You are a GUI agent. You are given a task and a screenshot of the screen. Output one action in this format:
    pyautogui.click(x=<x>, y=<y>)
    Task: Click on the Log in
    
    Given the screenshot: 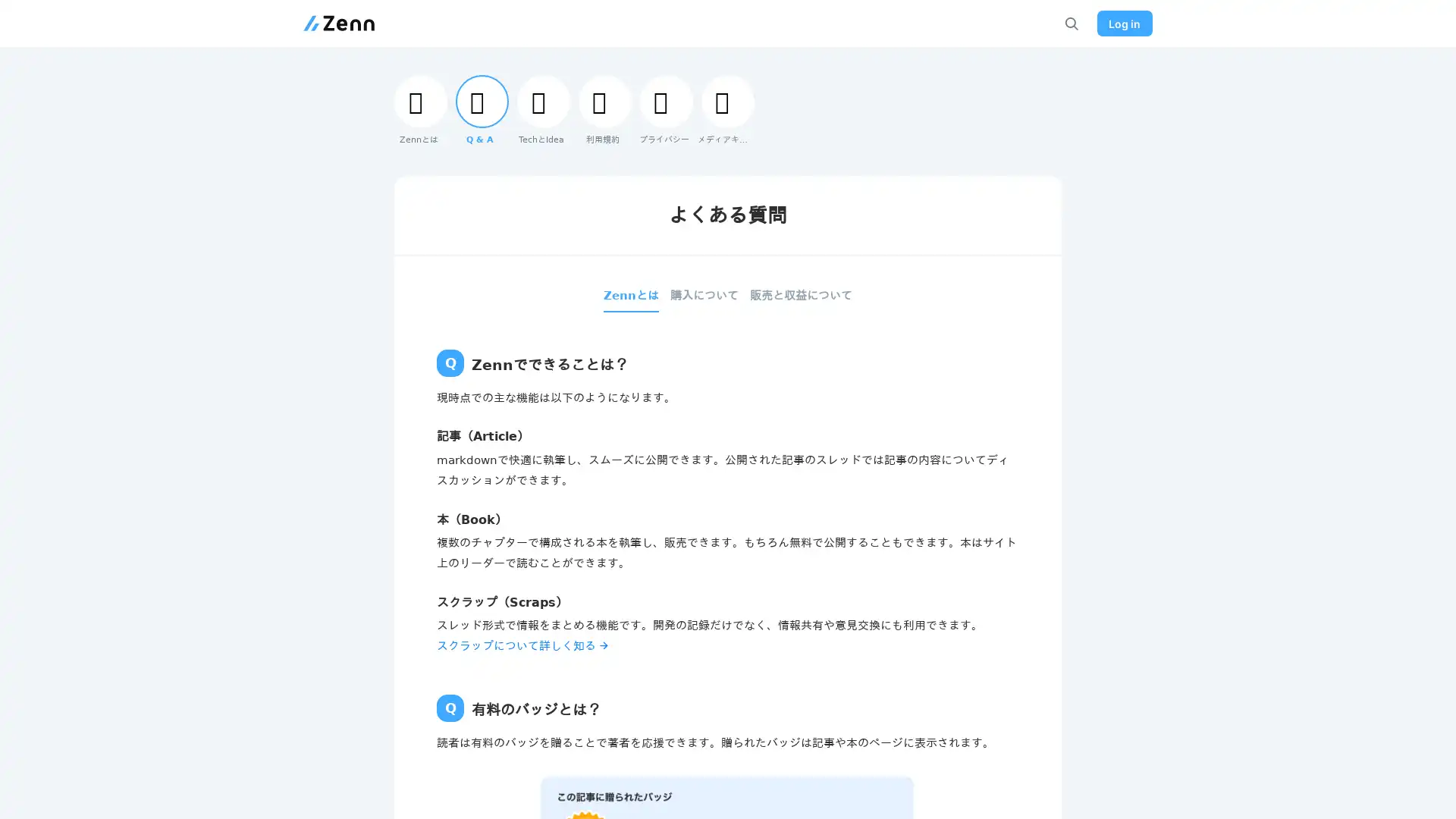 What is the action you would take?
    pyautogui.click(x=1122, y=23)
    